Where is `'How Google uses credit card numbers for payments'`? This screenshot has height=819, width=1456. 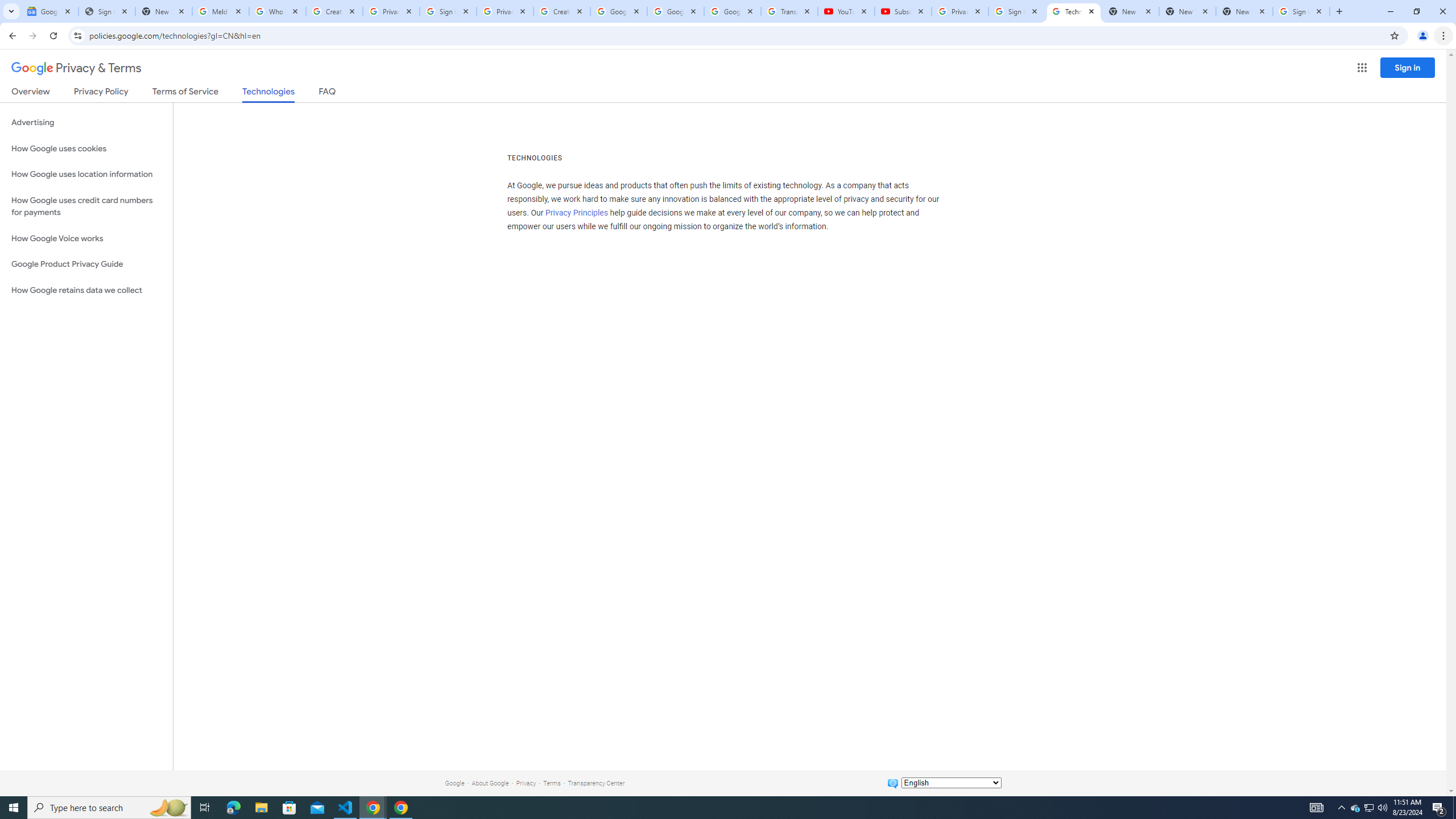 'How Google uses credit card numbers for payments' is located at coordinates (86, 205).